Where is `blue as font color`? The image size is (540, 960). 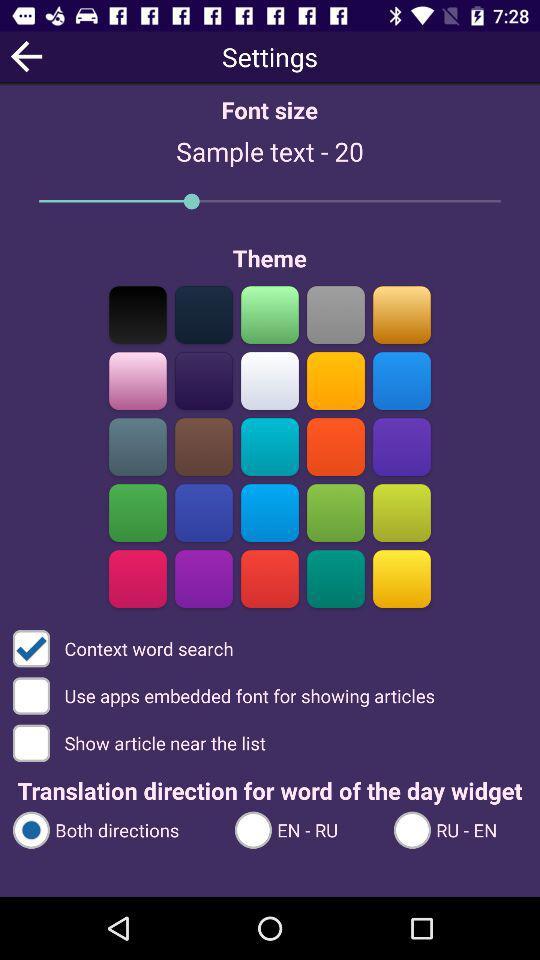 blue as font color is located at coordinates (401, 446).